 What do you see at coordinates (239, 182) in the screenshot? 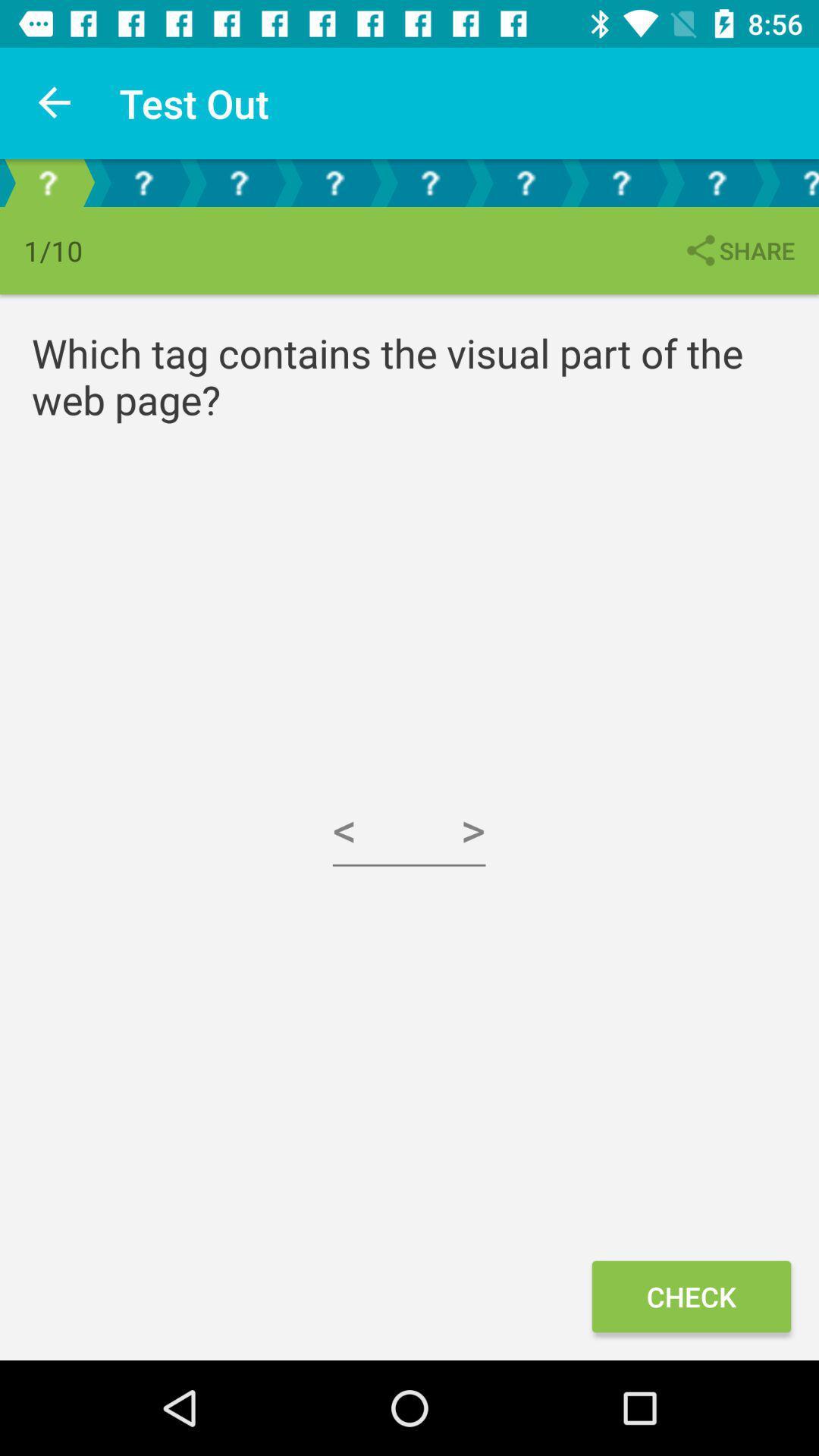
I see `web content` at bounding box center [239, 182].